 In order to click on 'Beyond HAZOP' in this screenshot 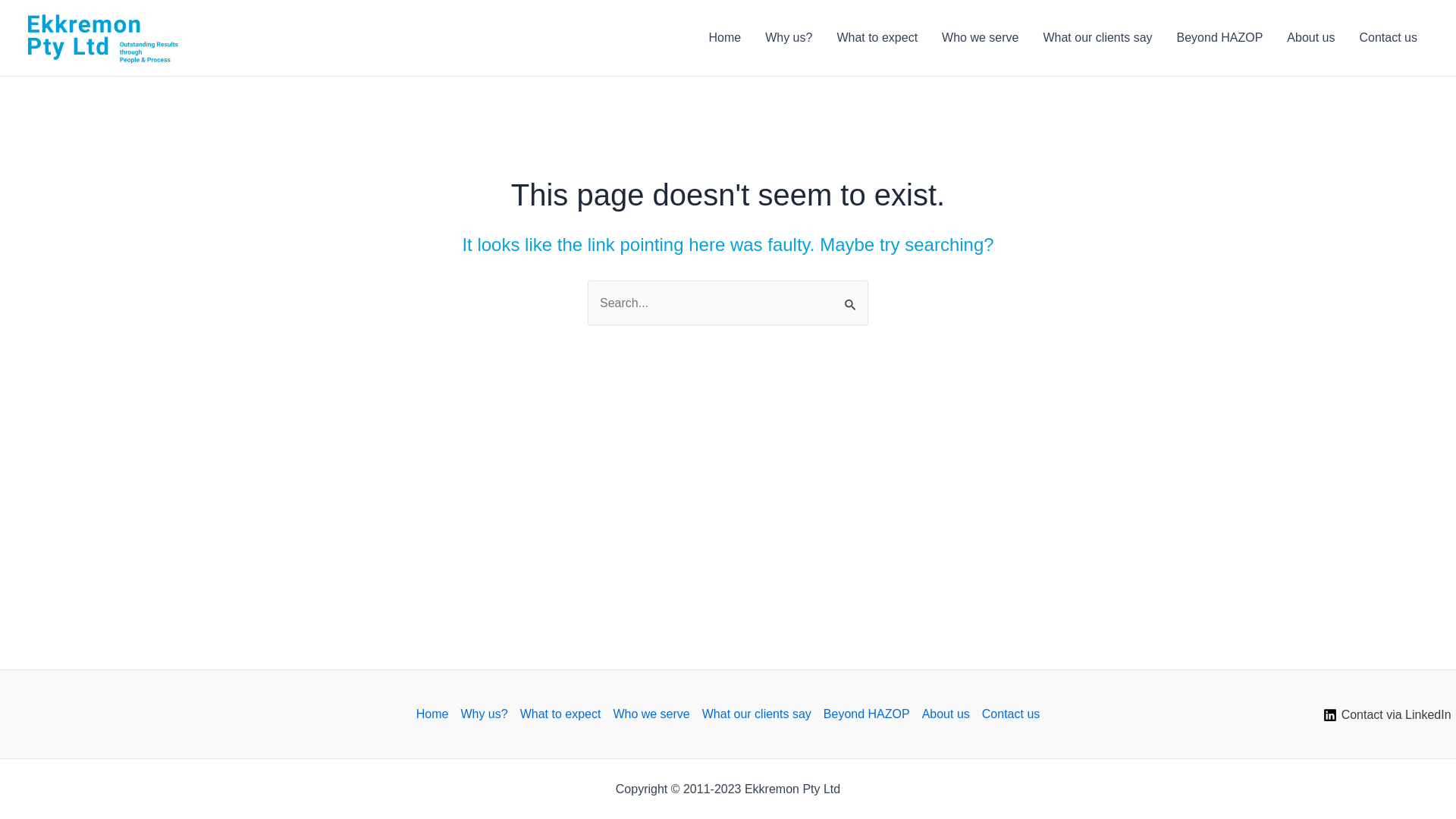, I will do `click(1219, 37)`.